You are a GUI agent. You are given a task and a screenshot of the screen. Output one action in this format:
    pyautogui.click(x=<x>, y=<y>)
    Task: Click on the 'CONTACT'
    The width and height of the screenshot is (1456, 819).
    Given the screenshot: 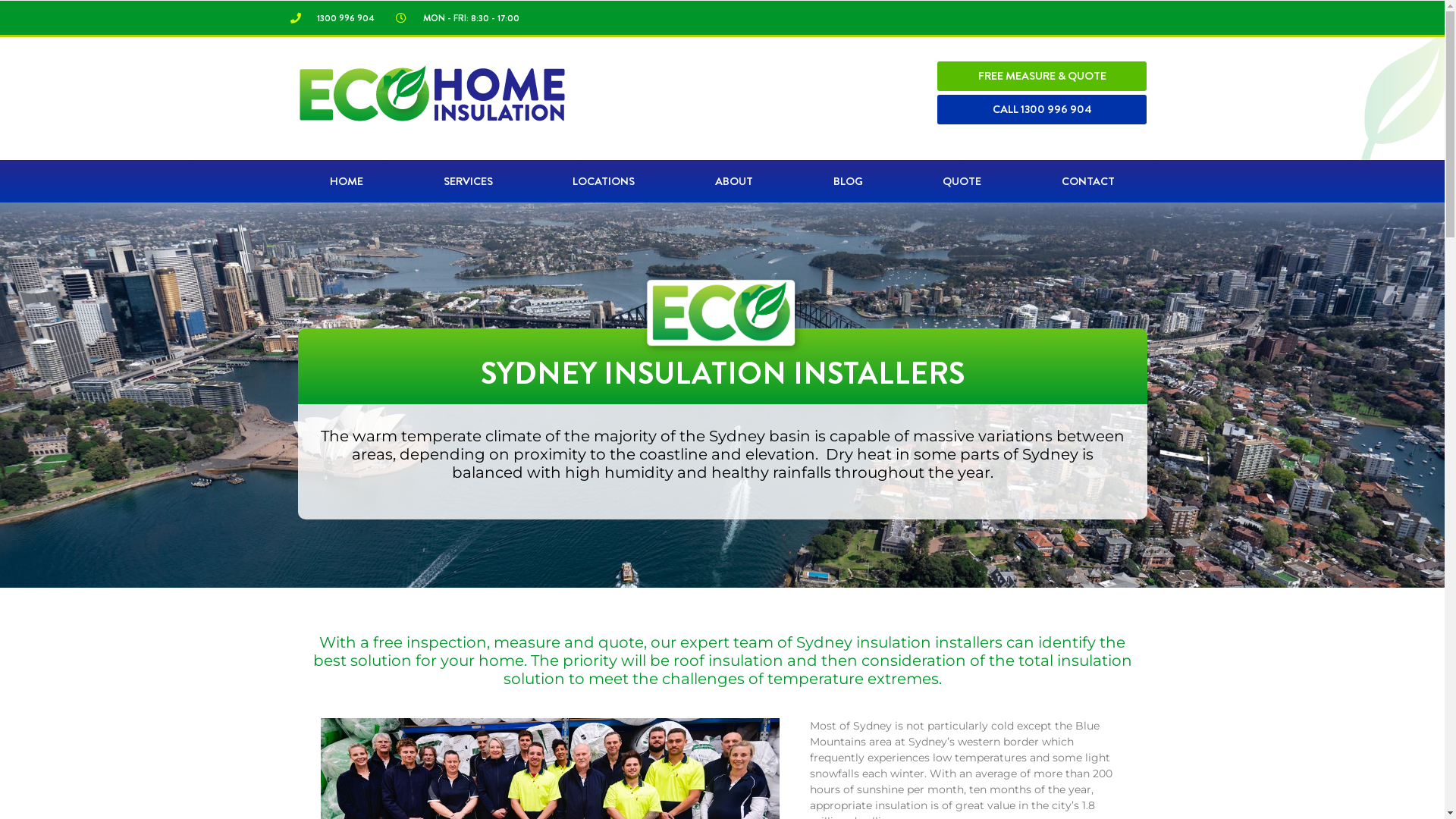 What is the action you would take?
    pyautogui.click(x=1087, y=180)
    